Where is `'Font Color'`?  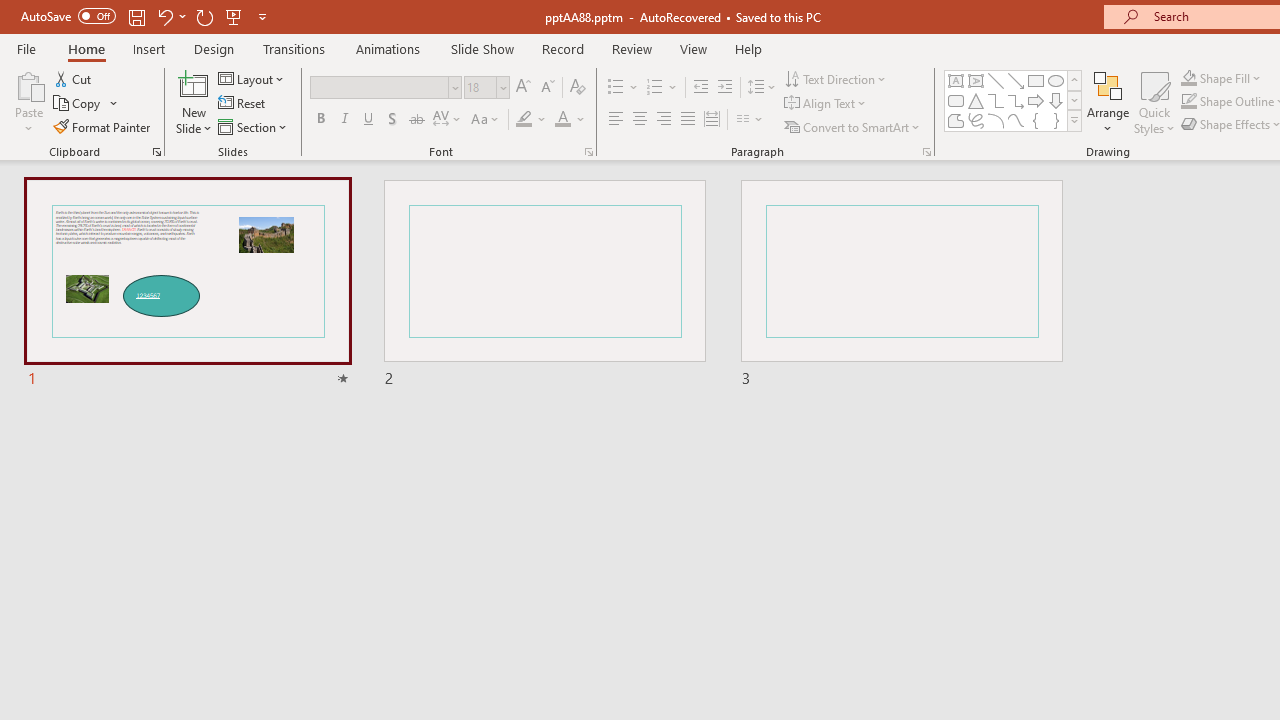 'Font Color' is located at coordinates (569, 119).